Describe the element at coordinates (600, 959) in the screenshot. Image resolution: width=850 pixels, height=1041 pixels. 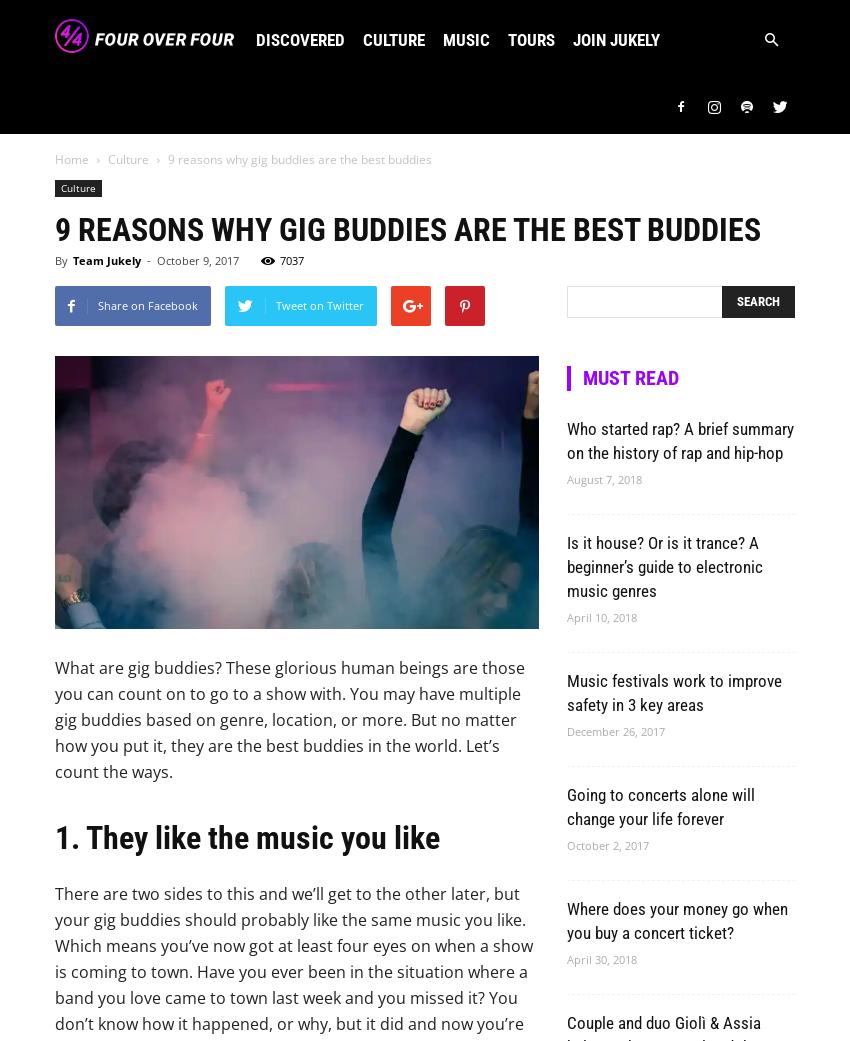
I see `'April 30, 2018'` at that location.